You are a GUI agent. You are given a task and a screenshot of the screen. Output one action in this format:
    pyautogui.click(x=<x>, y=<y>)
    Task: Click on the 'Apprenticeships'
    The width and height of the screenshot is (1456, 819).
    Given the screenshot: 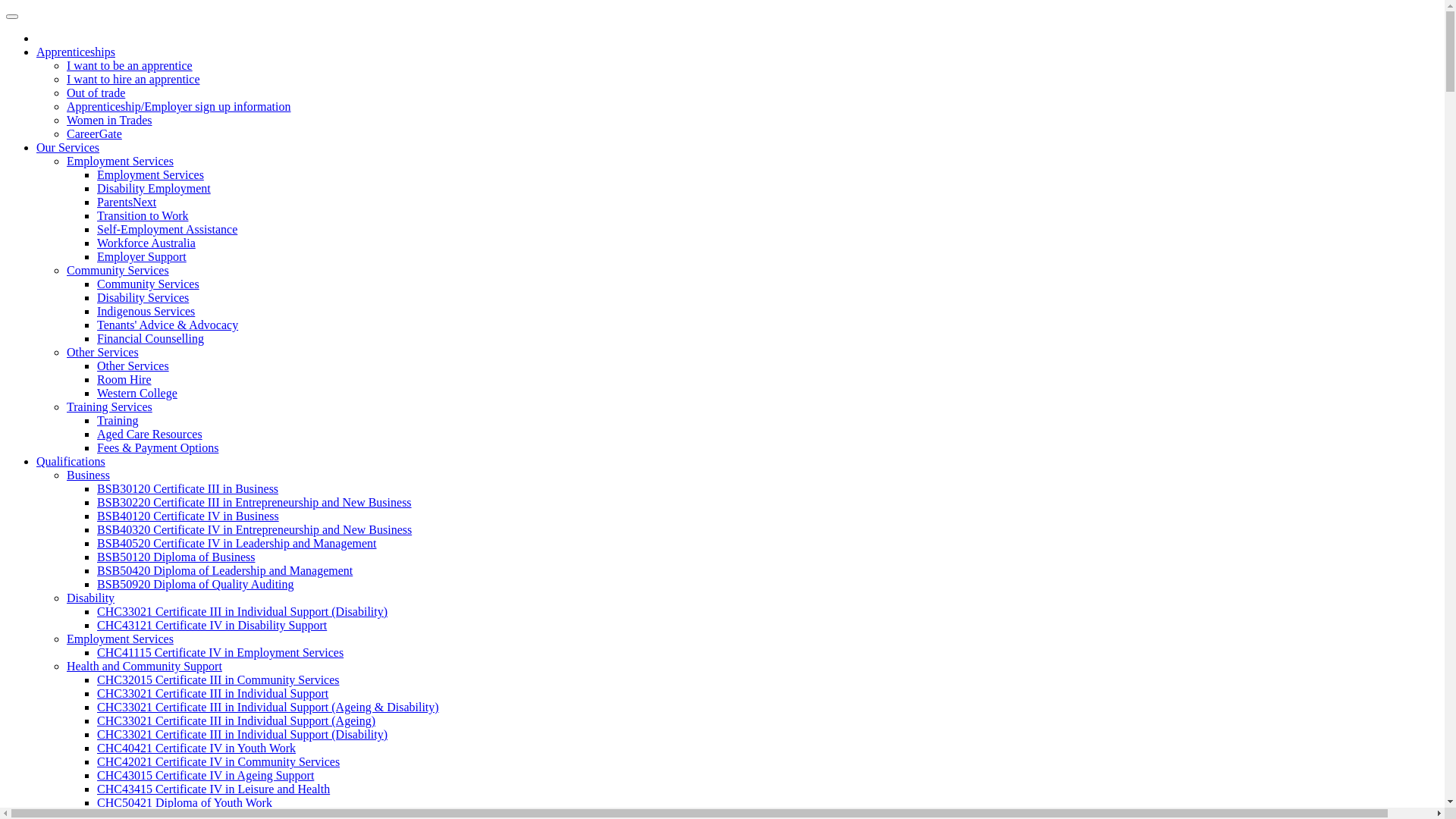 What is the action you would take?
    pyautogui.click(x=75, y=51)
    